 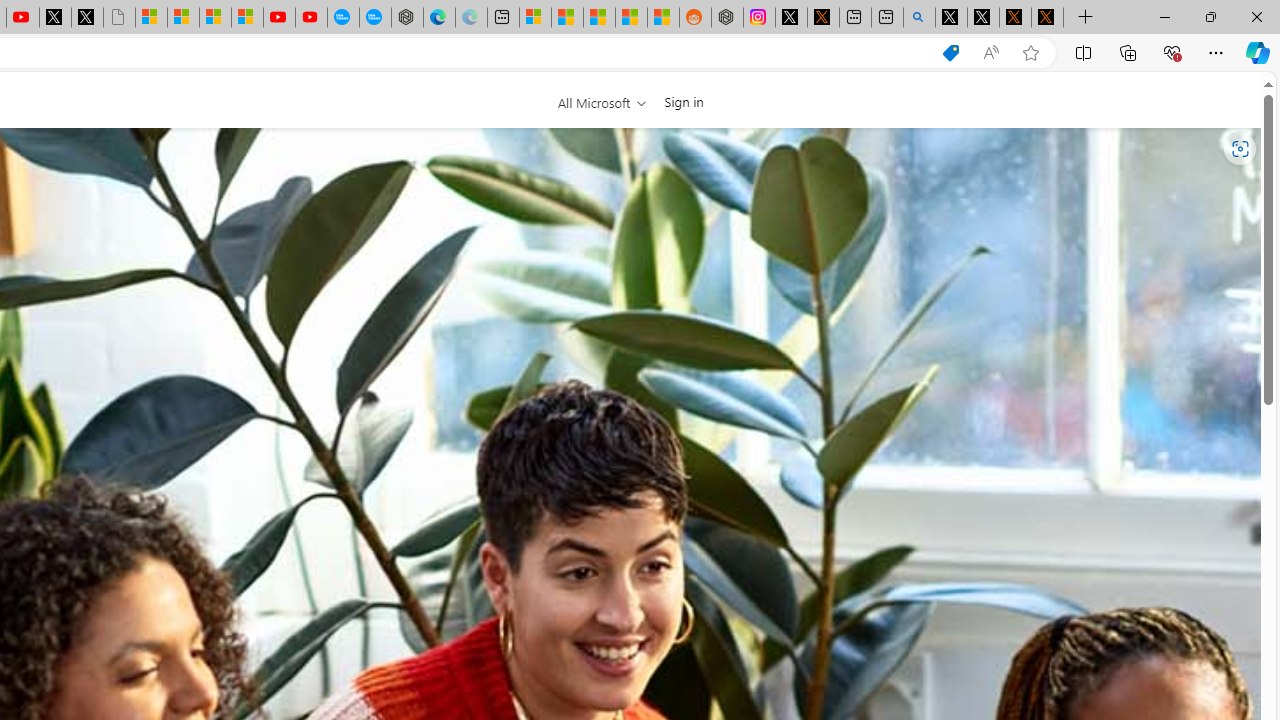 I want to click on 'Sign in', so click(x=684, y=101).